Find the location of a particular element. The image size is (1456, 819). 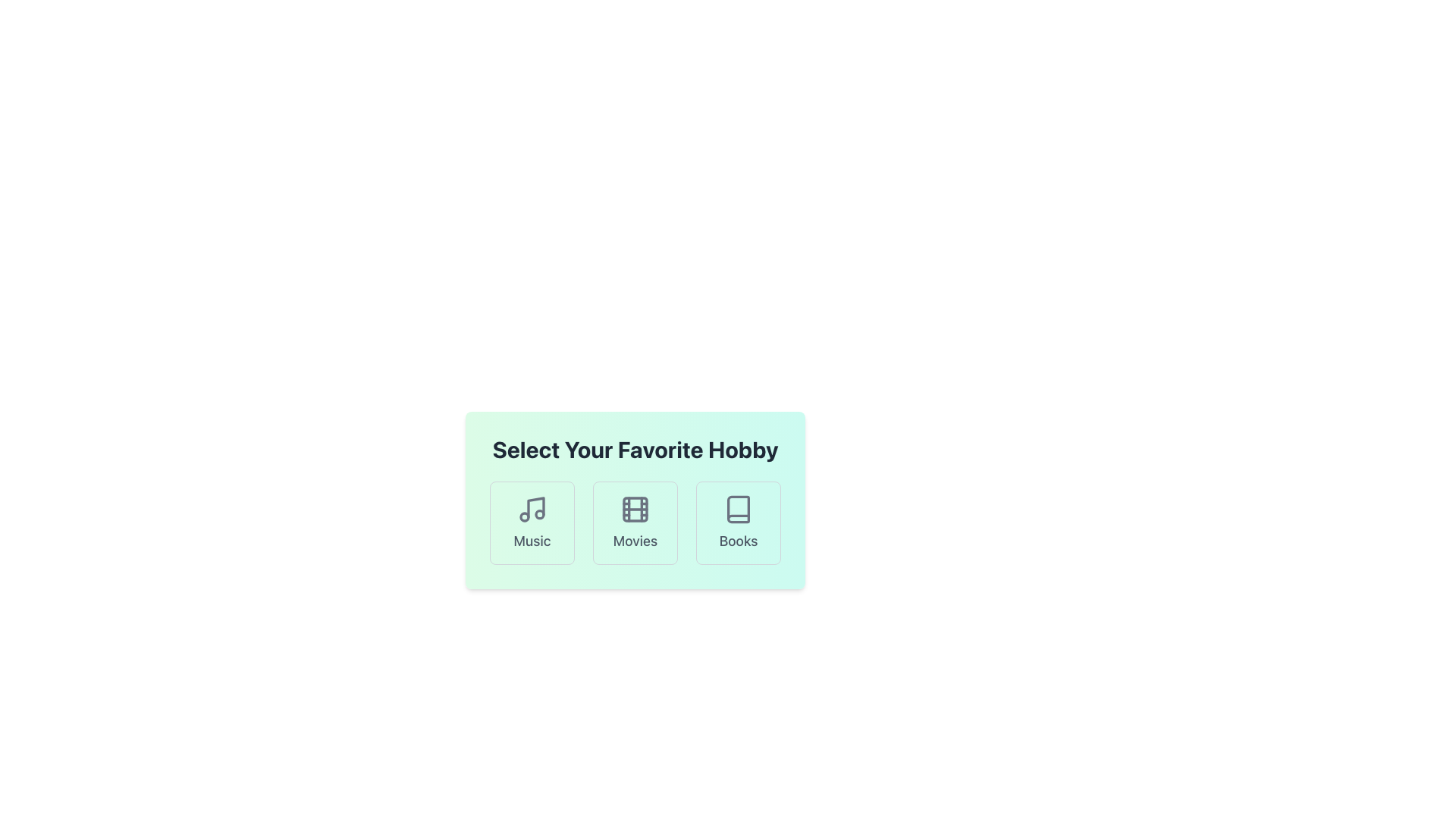

the third button in the row of three, which selects 'Books' as a category or preference is located at coordinates (739, 522).